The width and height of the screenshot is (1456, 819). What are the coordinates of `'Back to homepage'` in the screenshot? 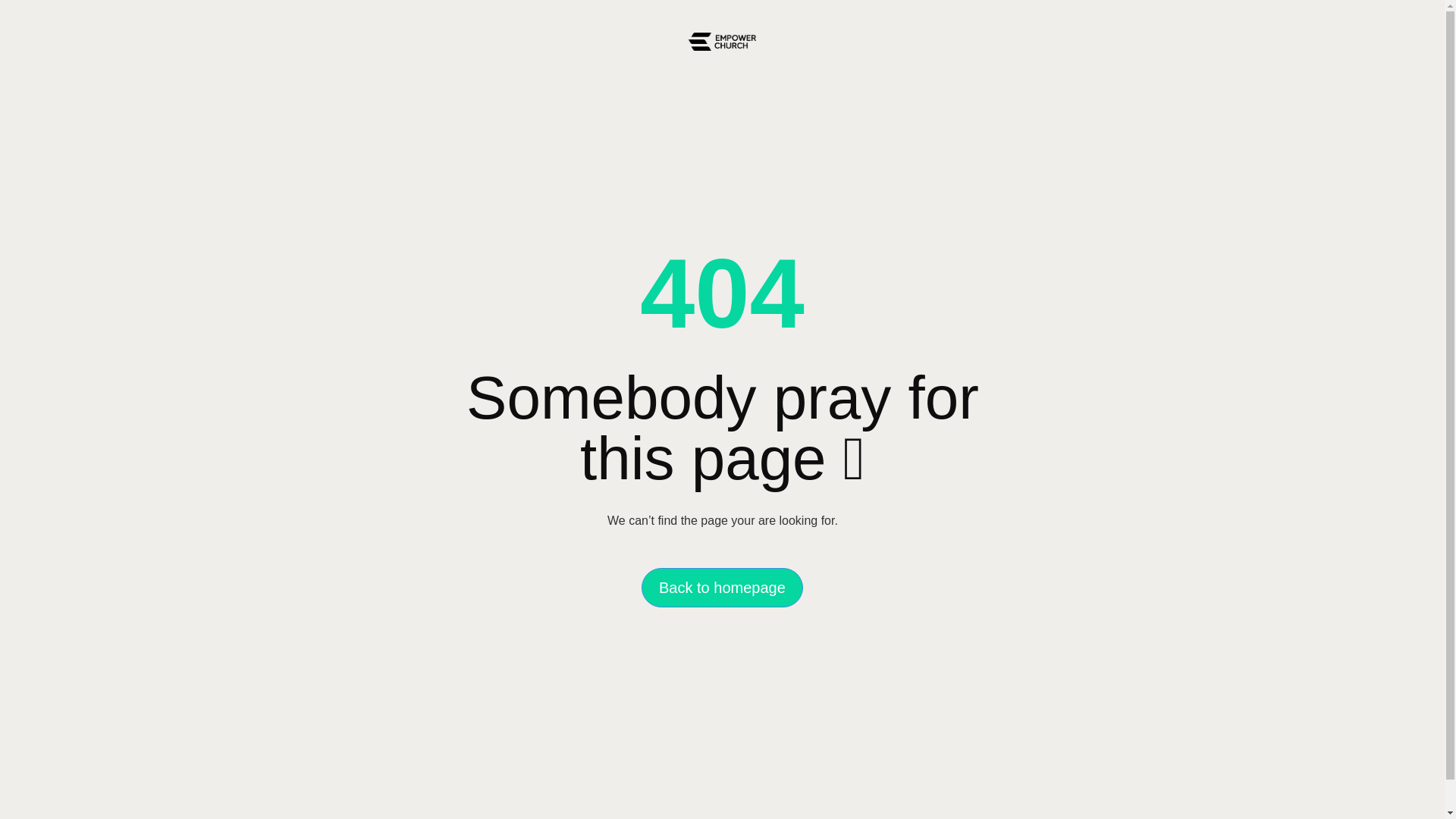 It's located at (721, 587).